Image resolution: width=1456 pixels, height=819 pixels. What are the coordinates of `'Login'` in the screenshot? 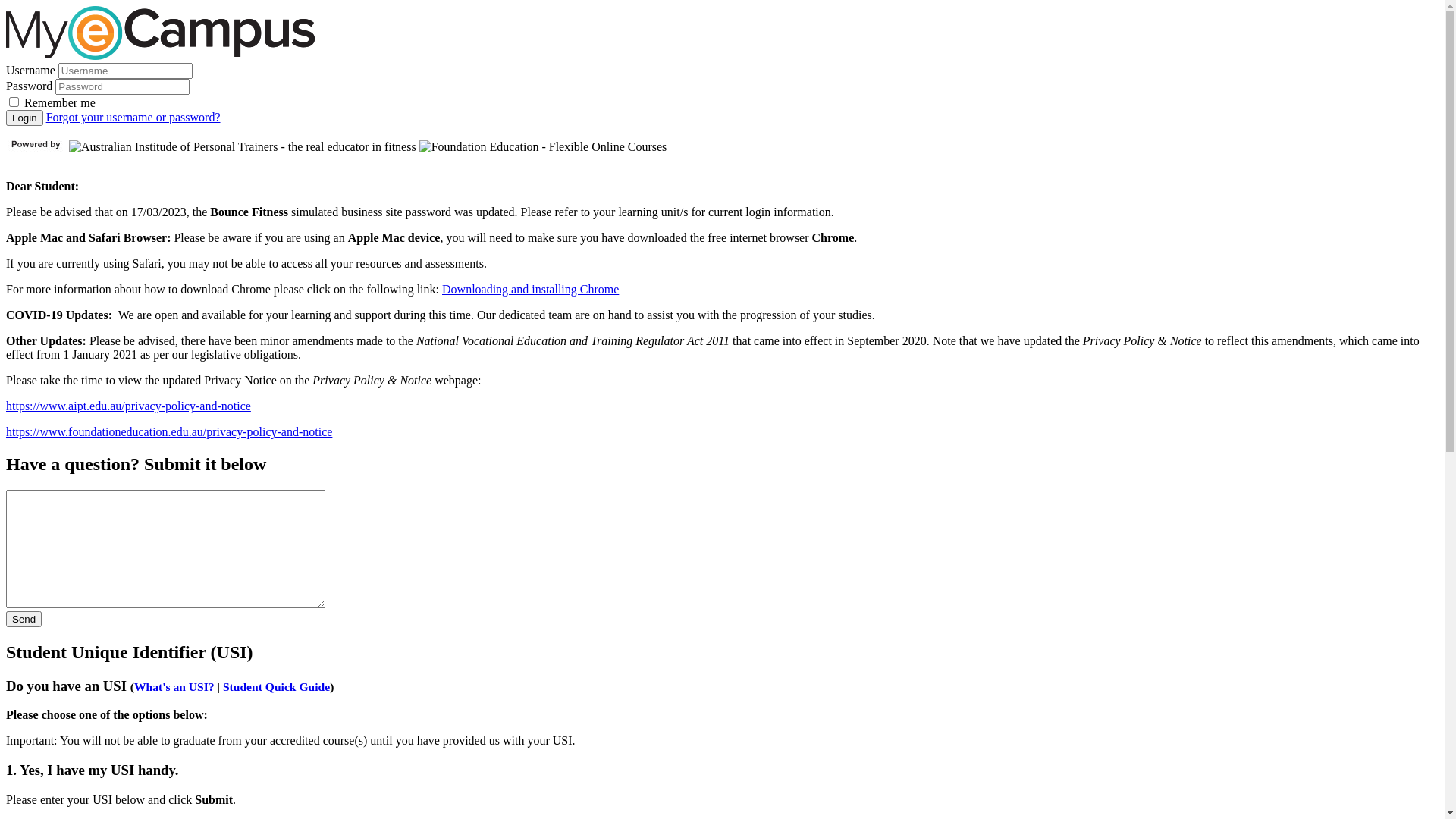 It's located at (6, 117).